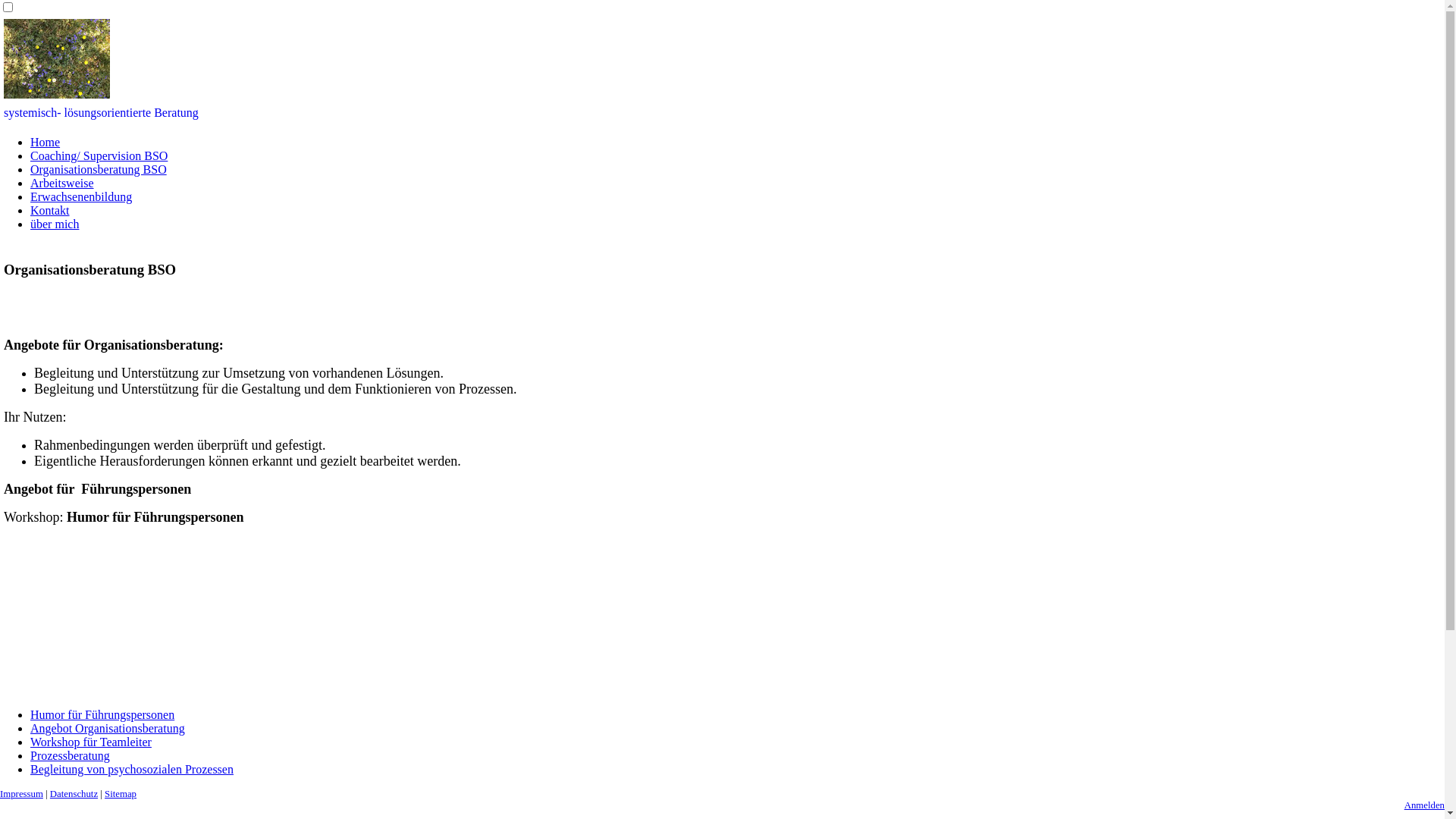  Describe the element at coordinates (45, 142) in the screenshot. I see `'Home'` at that location.